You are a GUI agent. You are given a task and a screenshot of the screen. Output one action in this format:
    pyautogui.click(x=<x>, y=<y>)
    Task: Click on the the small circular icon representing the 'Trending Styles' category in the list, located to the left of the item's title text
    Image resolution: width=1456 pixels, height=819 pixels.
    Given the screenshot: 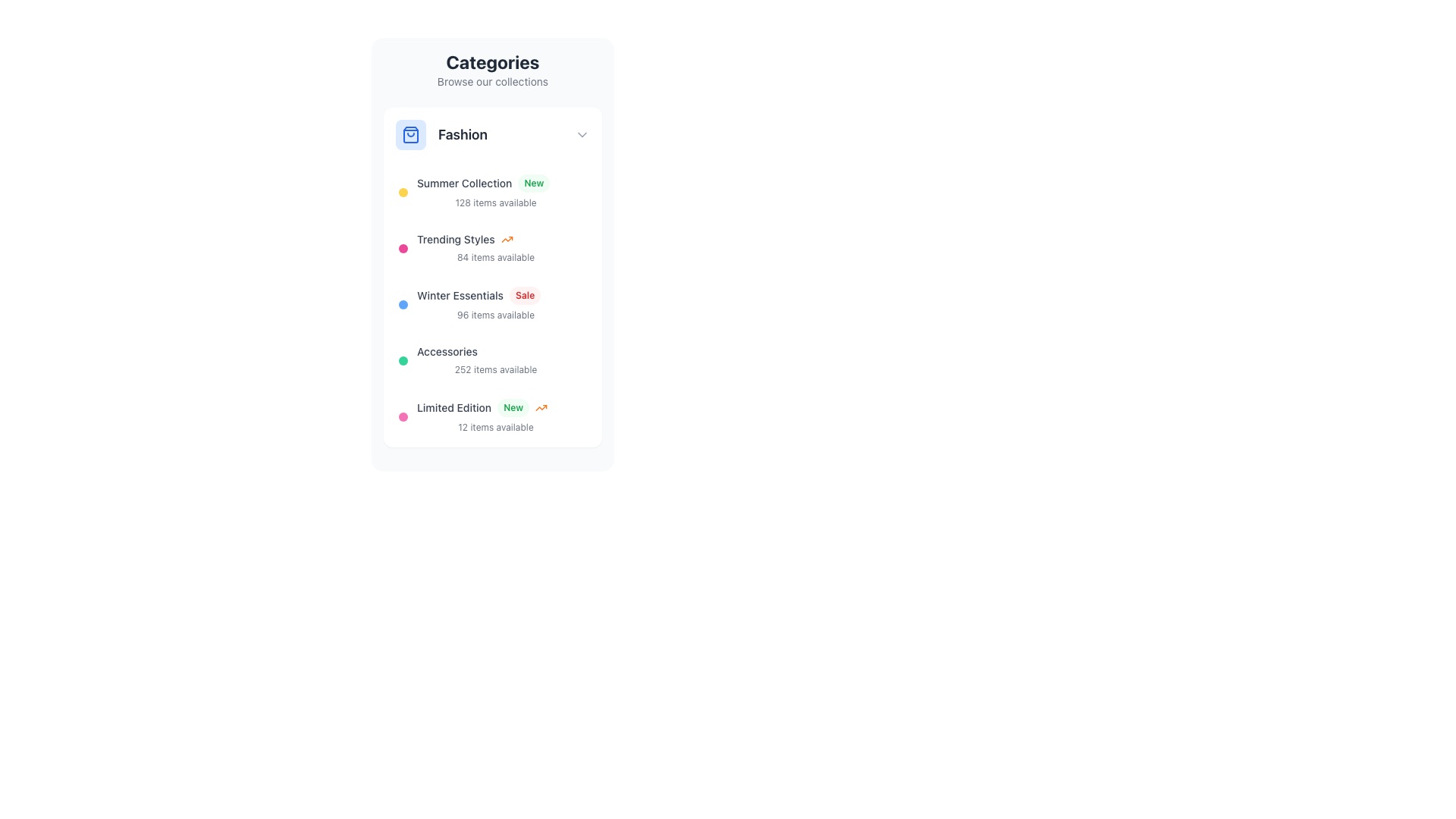 What is the action you would take?
    pyautogui.click(x=403, y=247)
    